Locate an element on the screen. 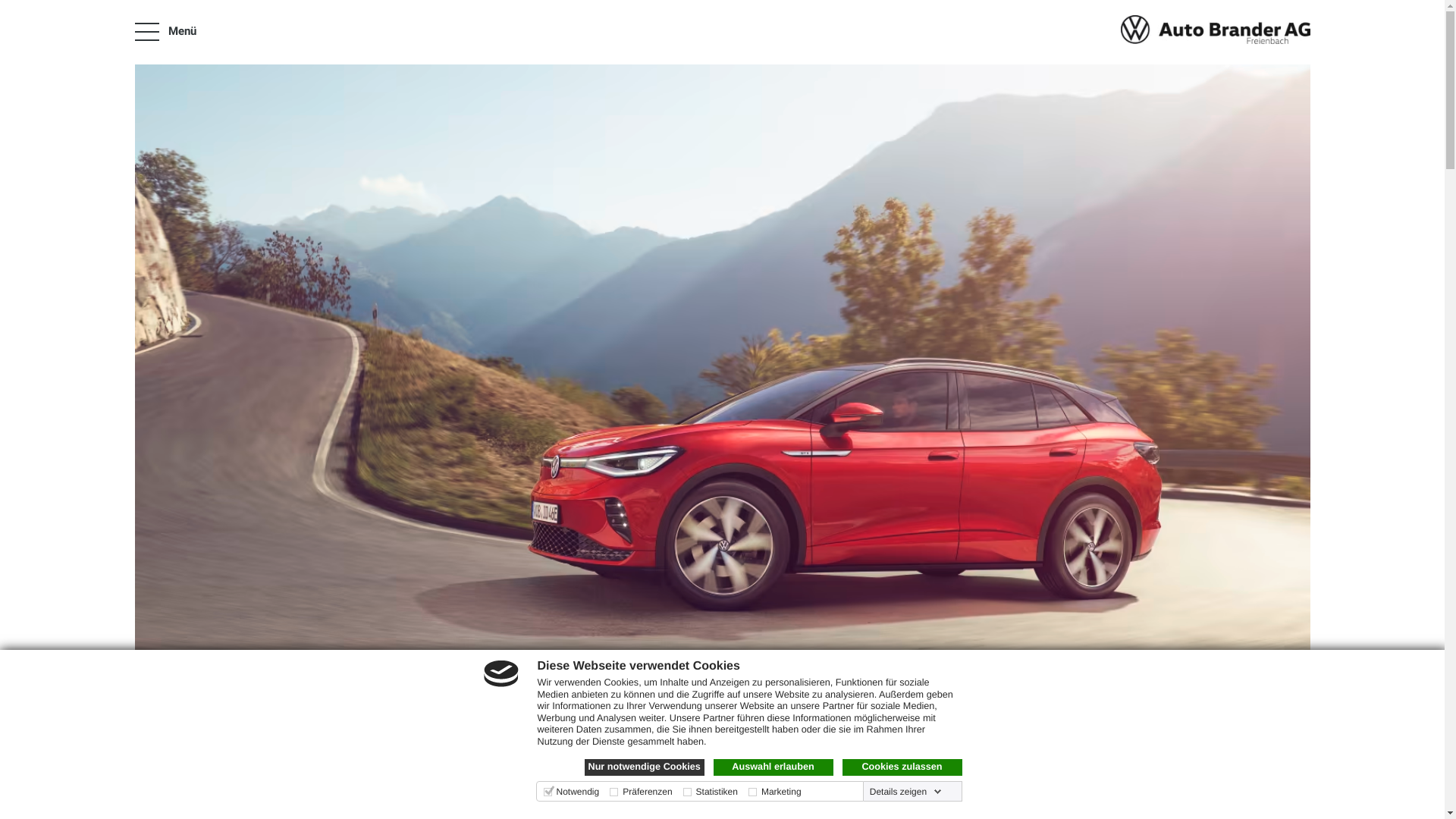  'Cookies zulassen' is located at coordinates (902, 767).